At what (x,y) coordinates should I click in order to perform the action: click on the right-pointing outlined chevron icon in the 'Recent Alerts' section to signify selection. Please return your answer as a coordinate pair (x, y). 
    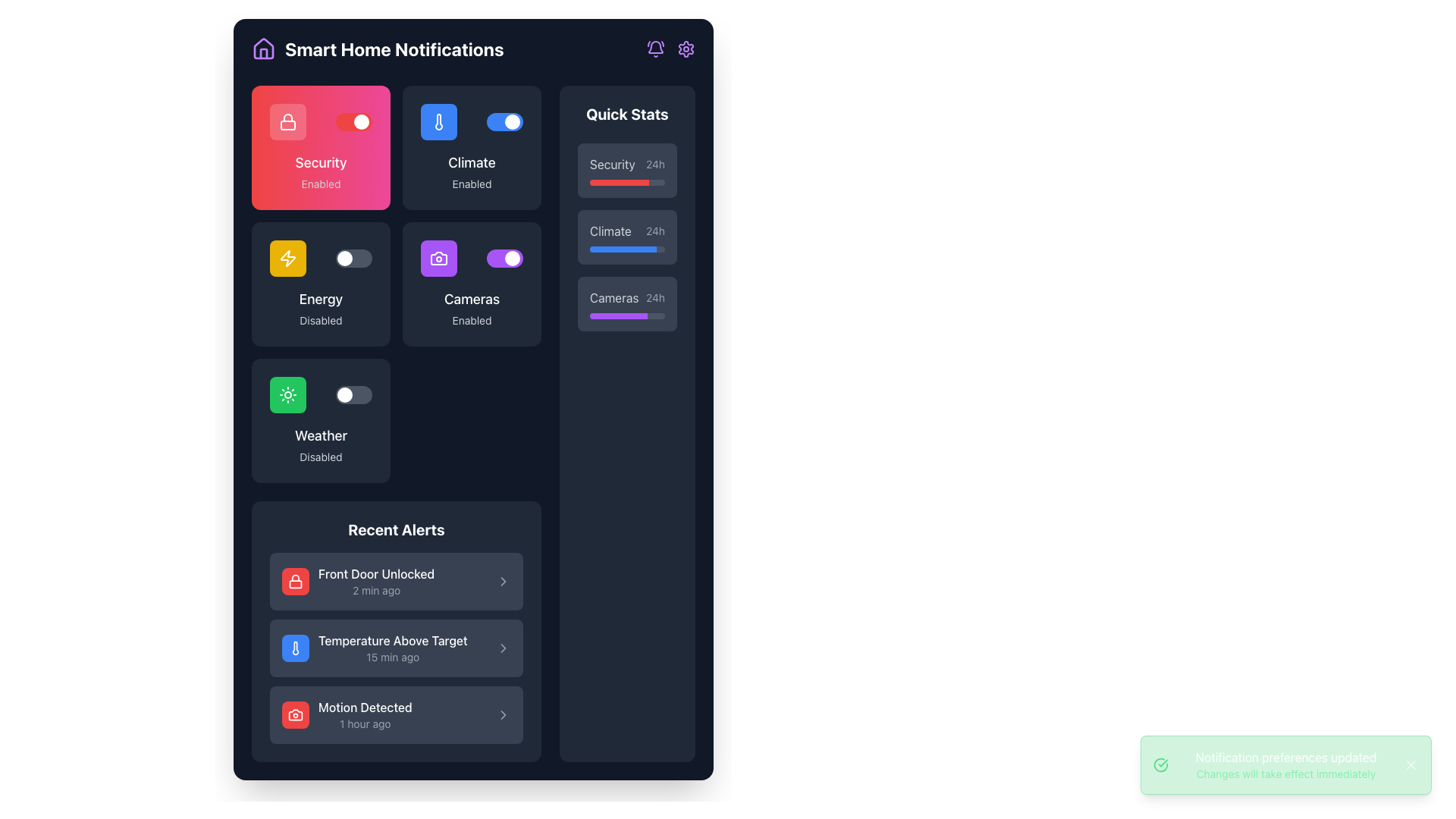
    Looking at the image, I should click on (503, 581).